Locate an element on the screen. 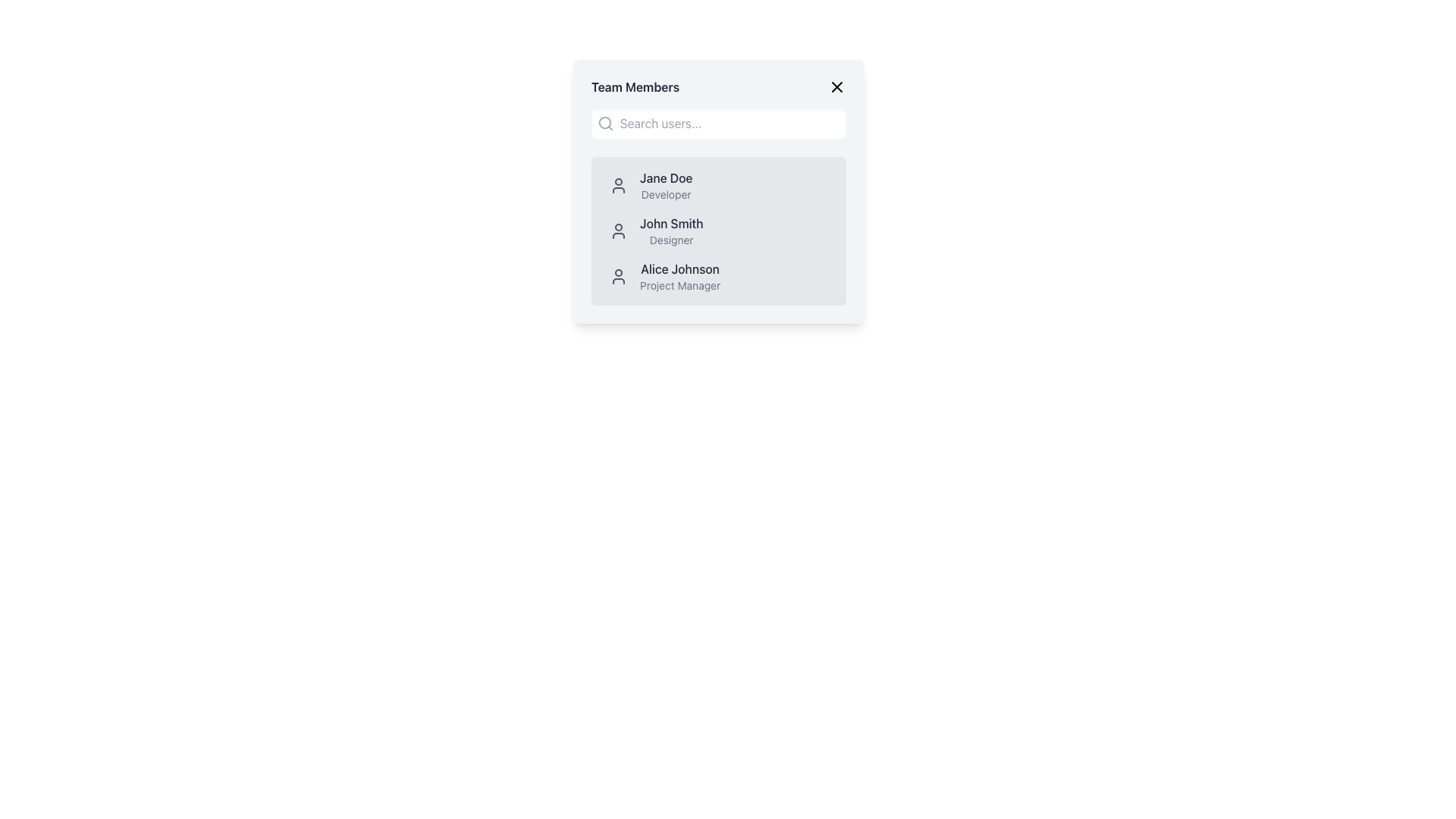  the user icon representing 'Alice Johnson', the Project Manager, located to the left of the name in the team members list is located at coordinates (619, 277).